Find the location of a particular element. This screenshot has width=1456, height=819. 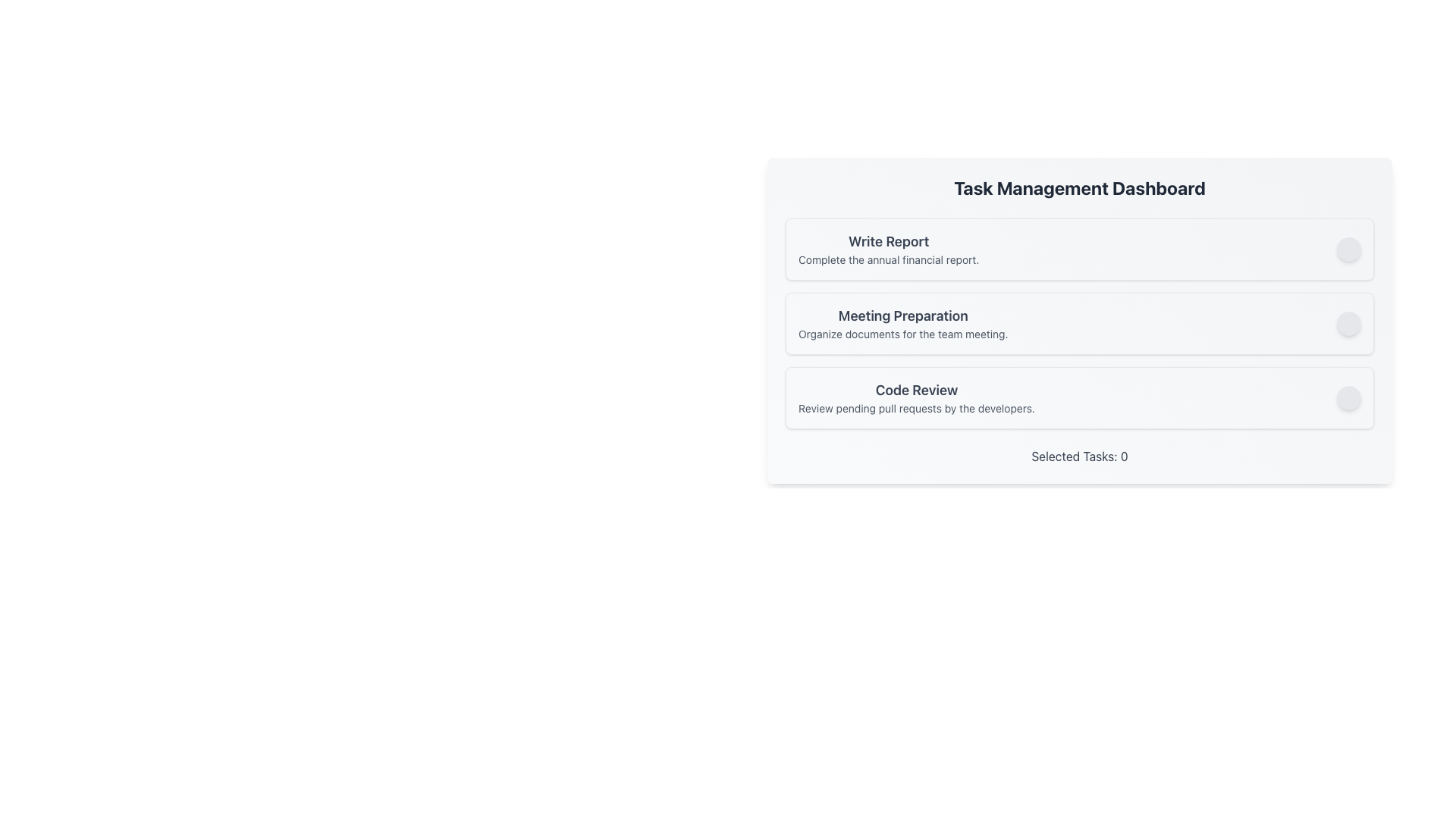

the static text providing additional information for the 'Code Review' task located below the 'Code Review' header in the third task panel is located at coordinates (916, 408).